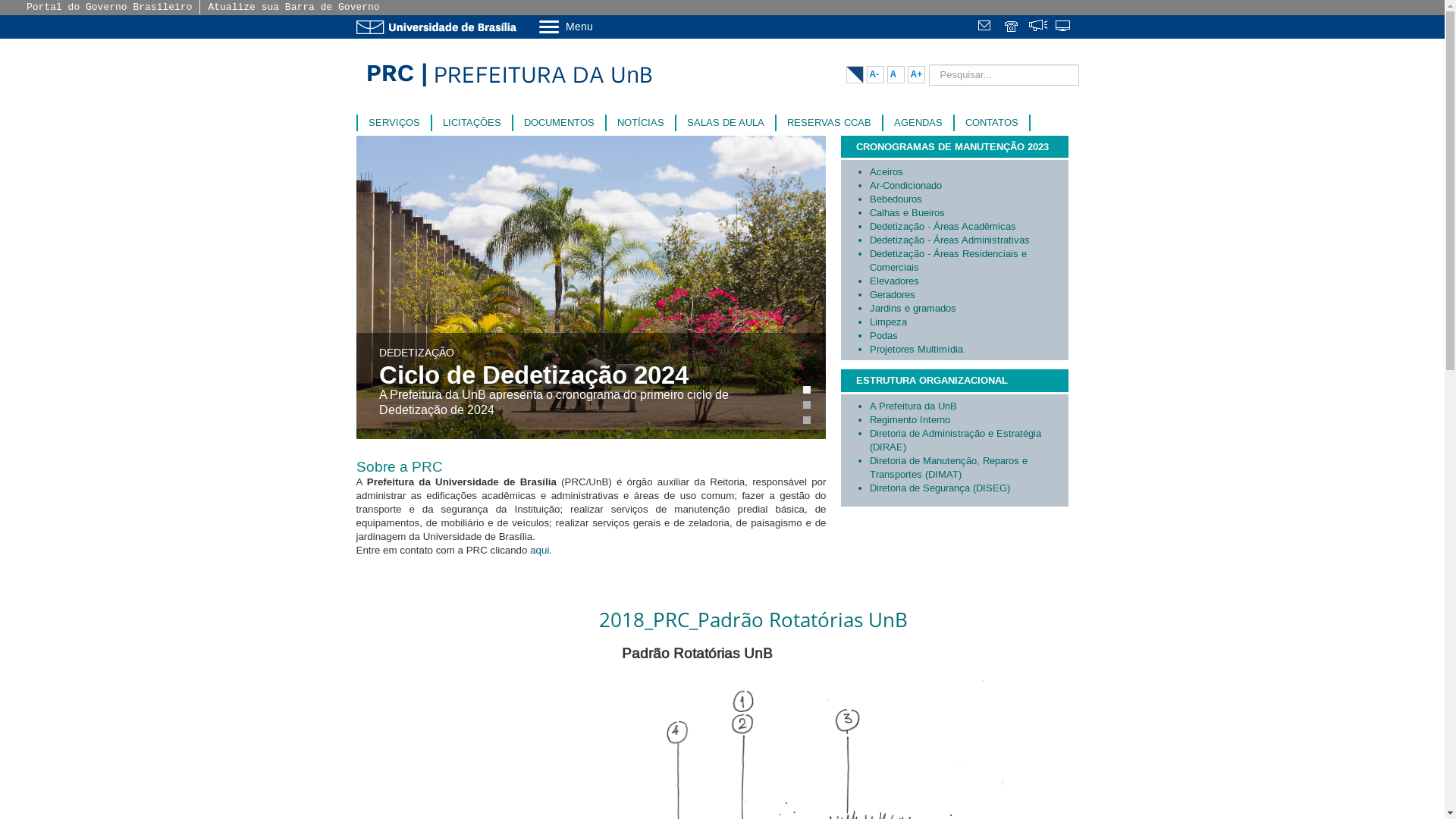 Image resolution: width=1456 pixels, height=819 pixels. Describe the element at coordinates (874, 74) in the screenshot. I see `'A-'` at that location.